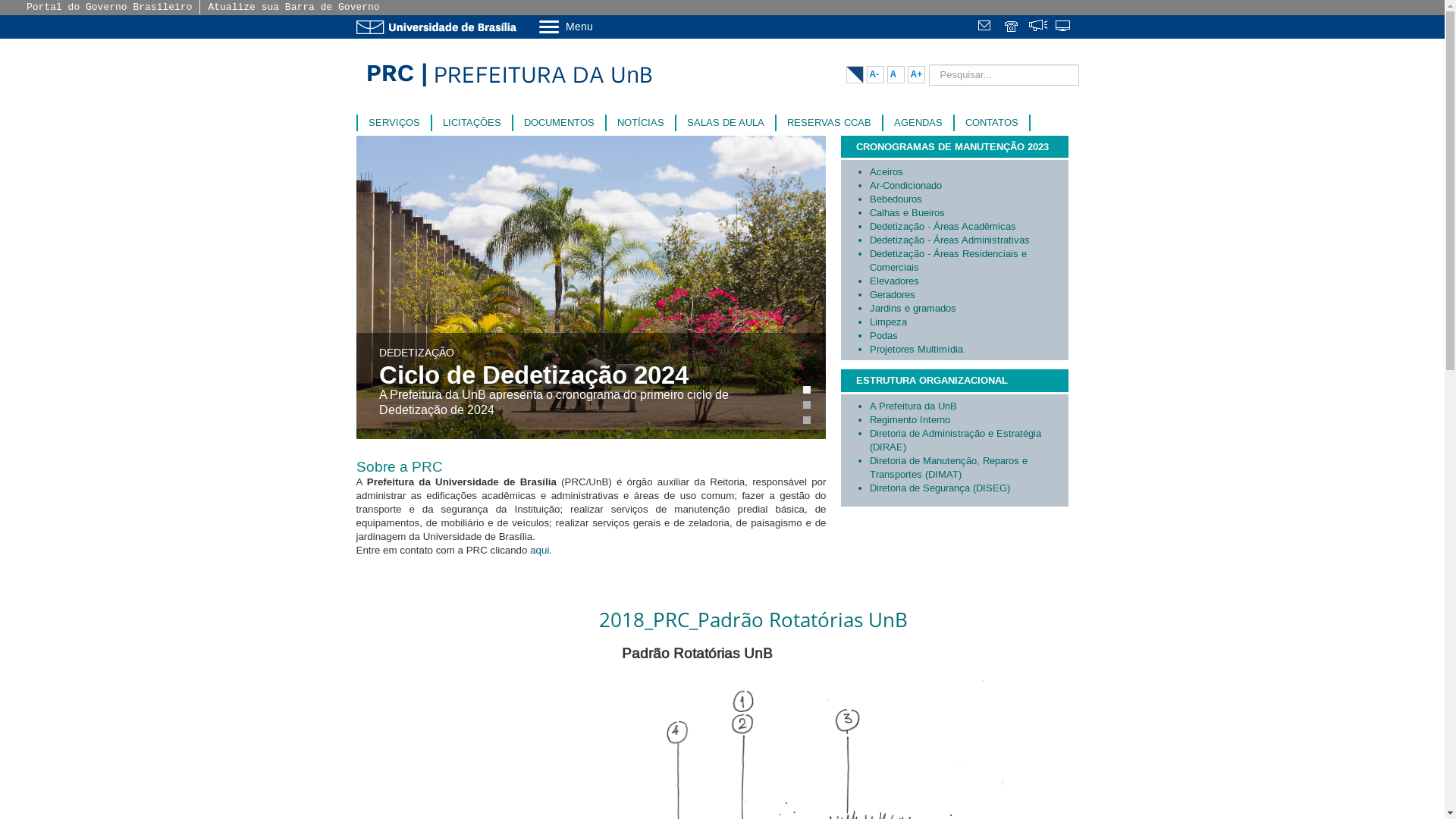 Image resolution: width=1456 pixels, height=819 pixels. Describe the element at coordinates (874, 74) in the screenshot. I see `'A-'` at that location.